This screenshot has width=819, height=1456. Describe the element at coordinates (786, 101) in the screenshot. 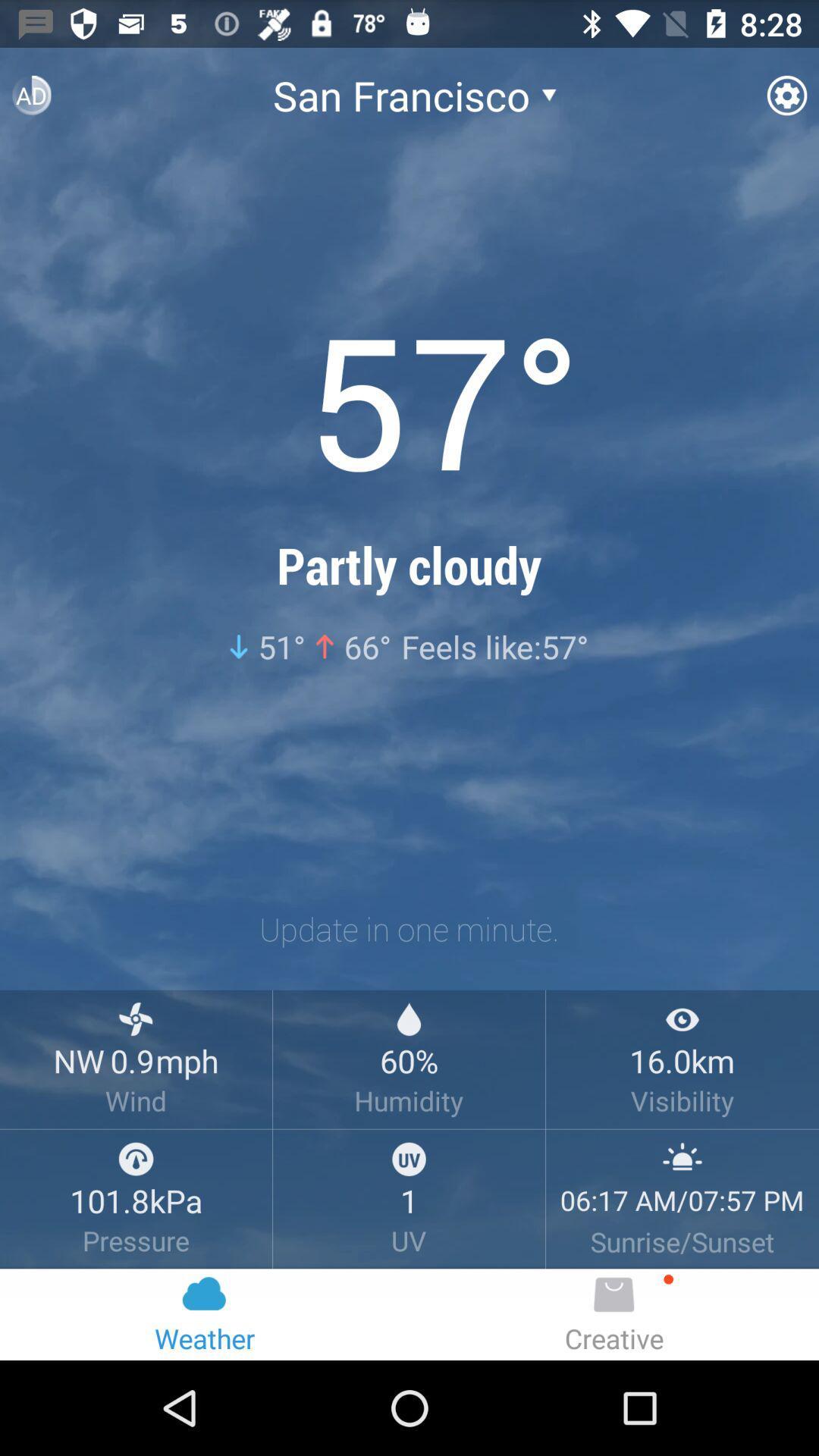

I see `the settings icon` at that location.